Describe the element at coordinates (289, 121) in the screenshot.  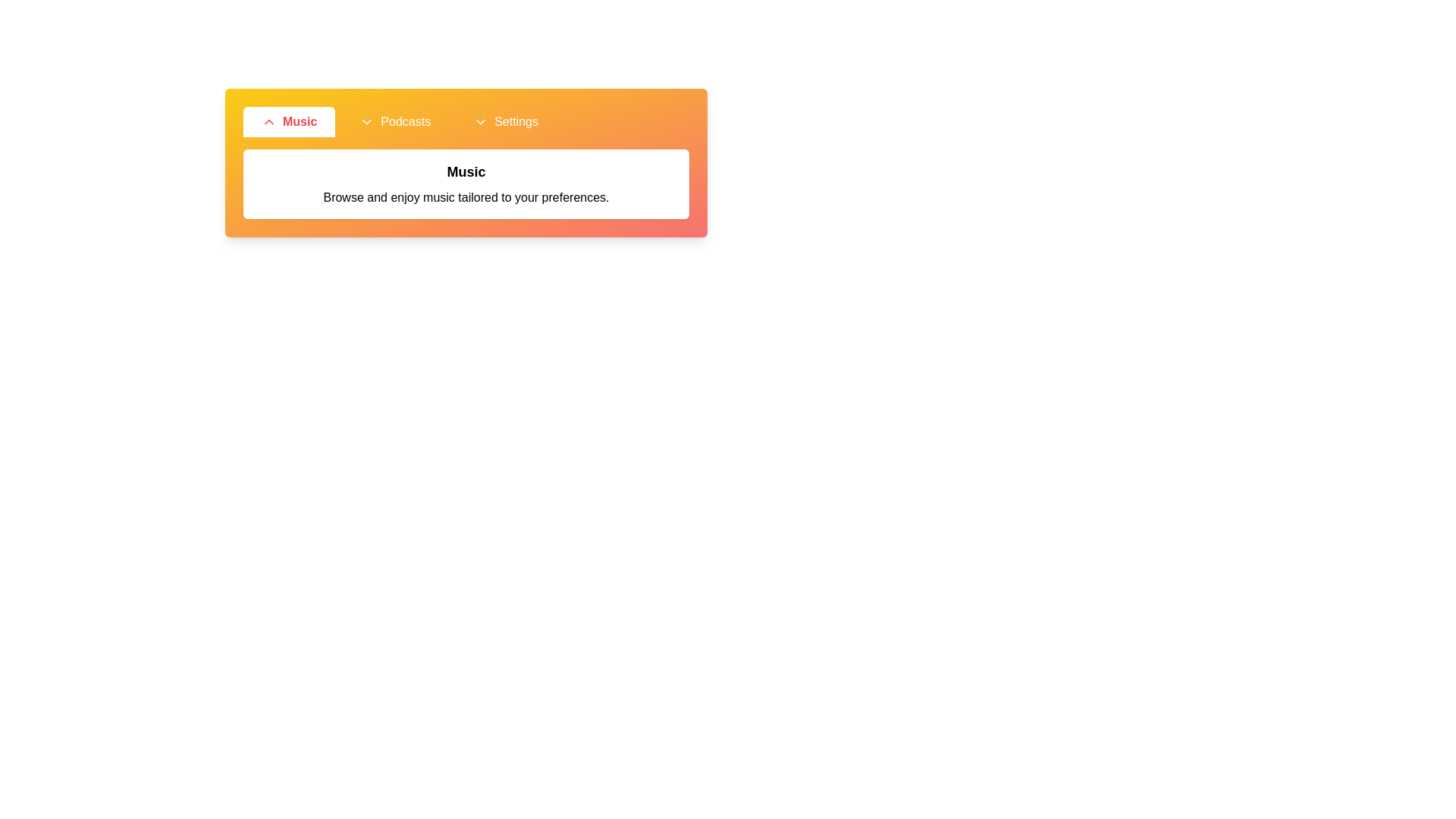
I see `the tab Music and read its displayed content` at that location.